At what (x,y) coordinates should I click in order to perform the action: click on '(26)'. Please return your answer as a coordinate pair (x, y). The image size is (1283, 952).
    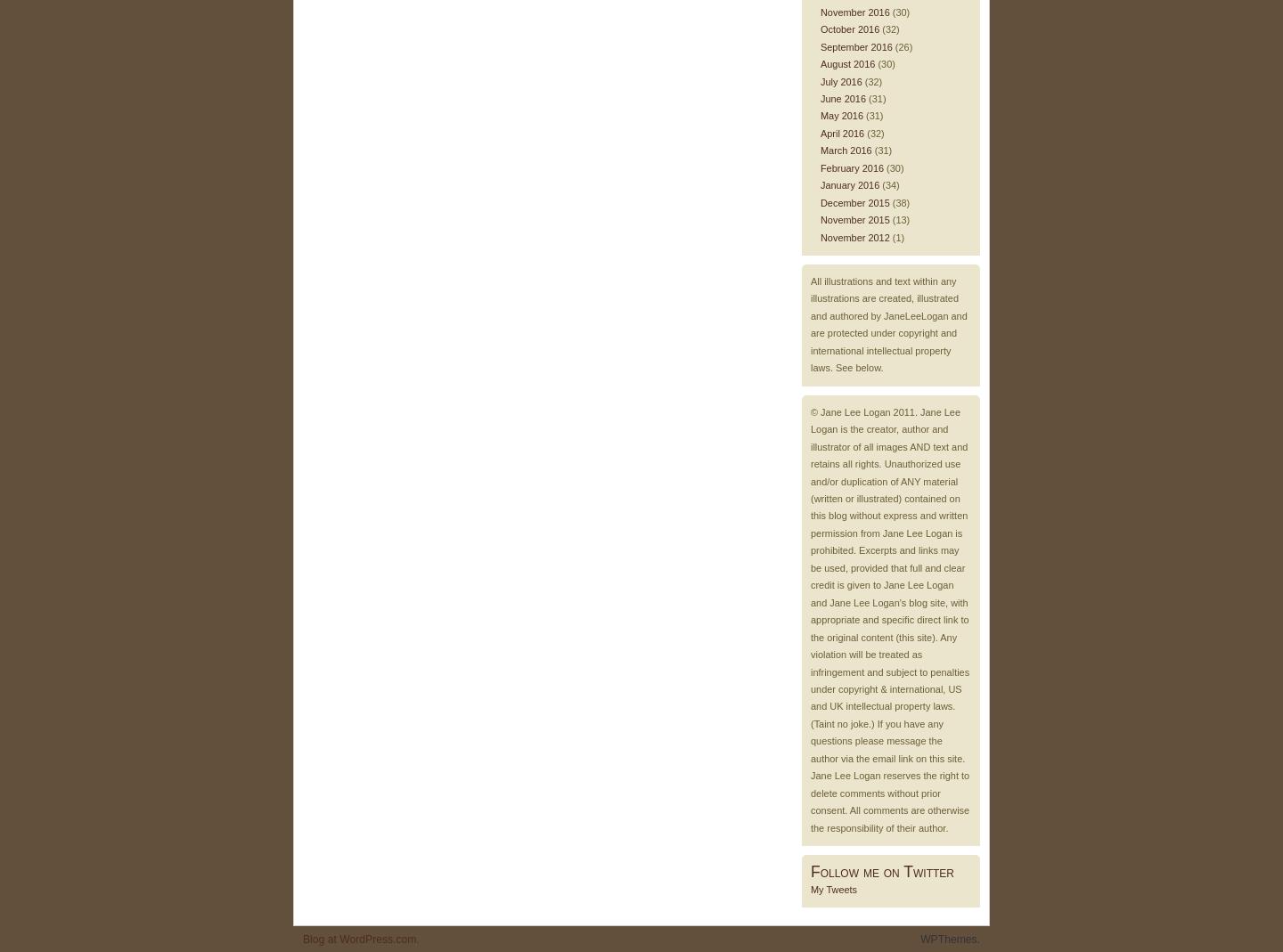
    Looking at the image, I should click on (890, 45).